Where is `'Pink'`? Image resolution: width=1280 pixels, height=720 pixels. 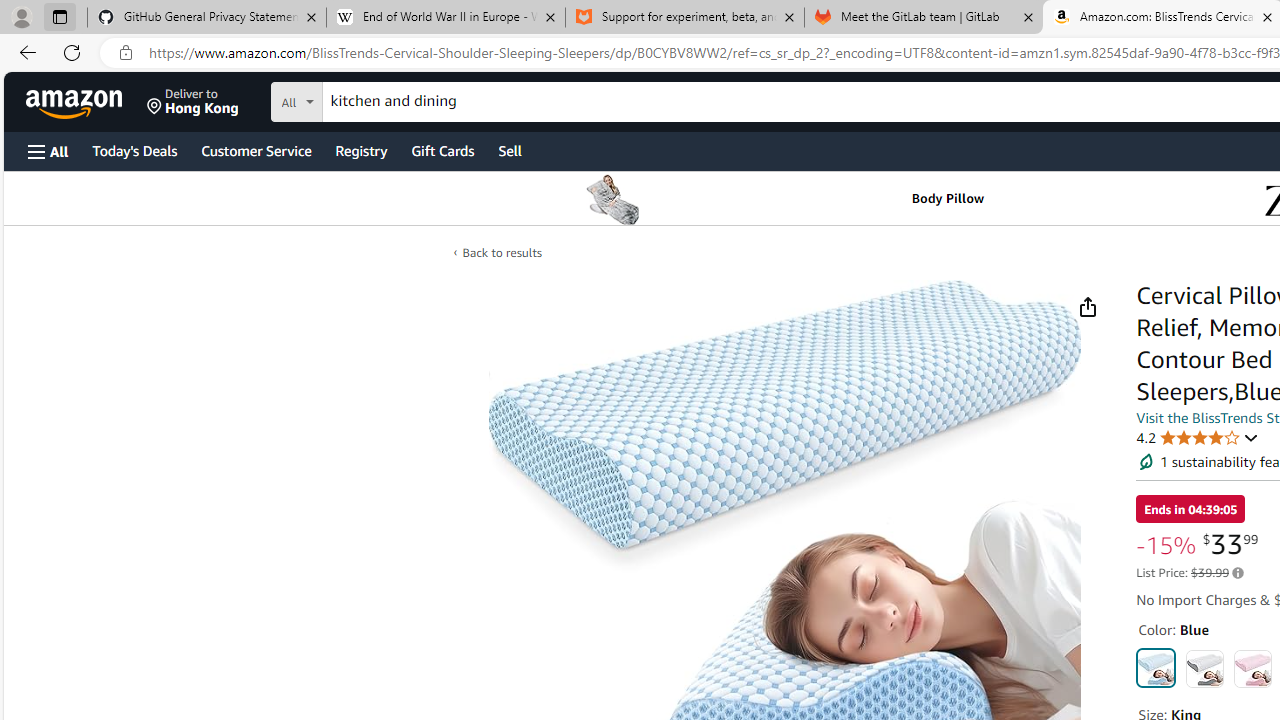 'Pink' is located at coordinates (1251, 668).